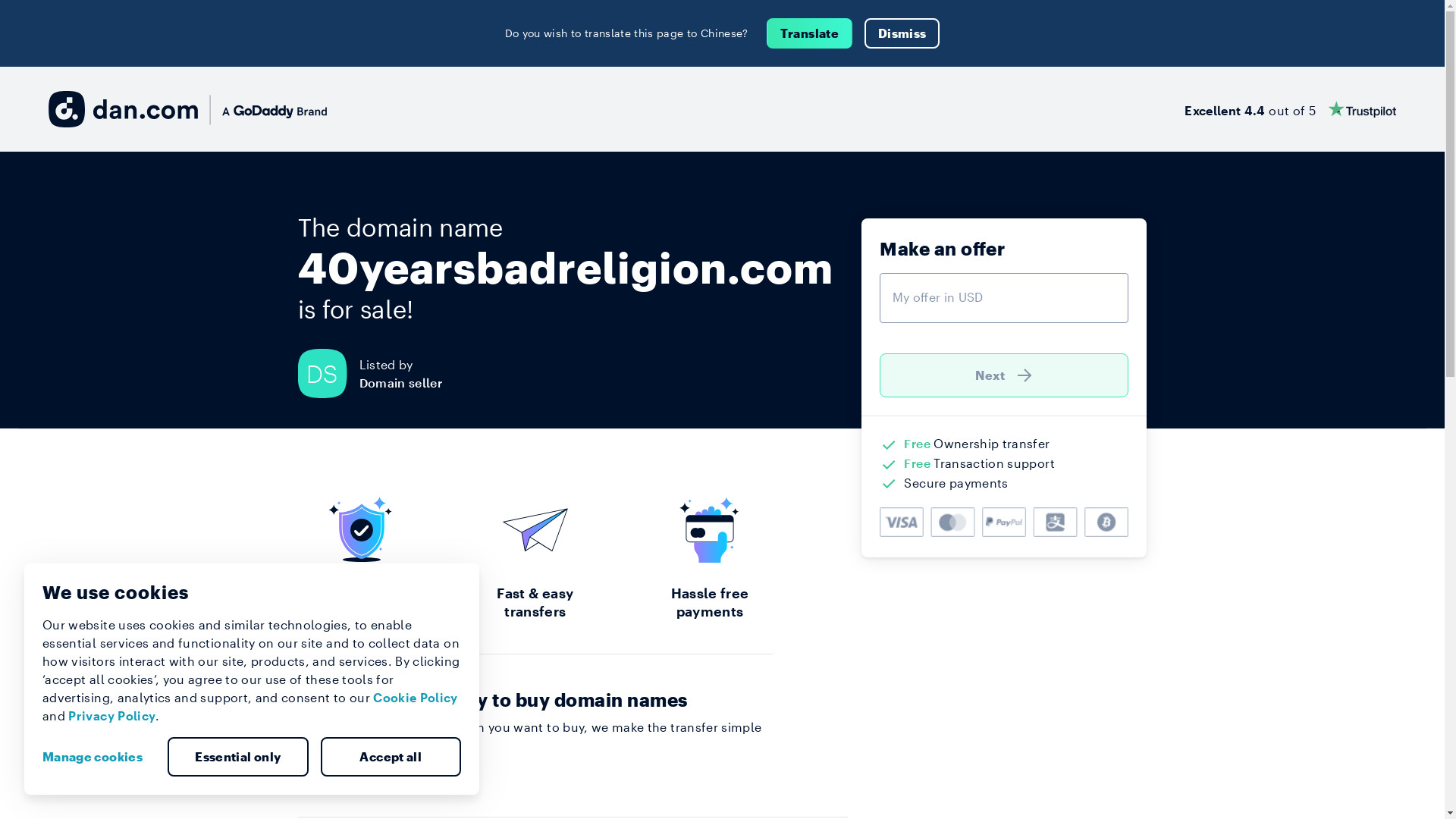 This screenshot has width=1456, height=819. What do you see at coordinates (1004, 375) in the screenshot?
I see `'Next` at bounding box center [1004, 375].